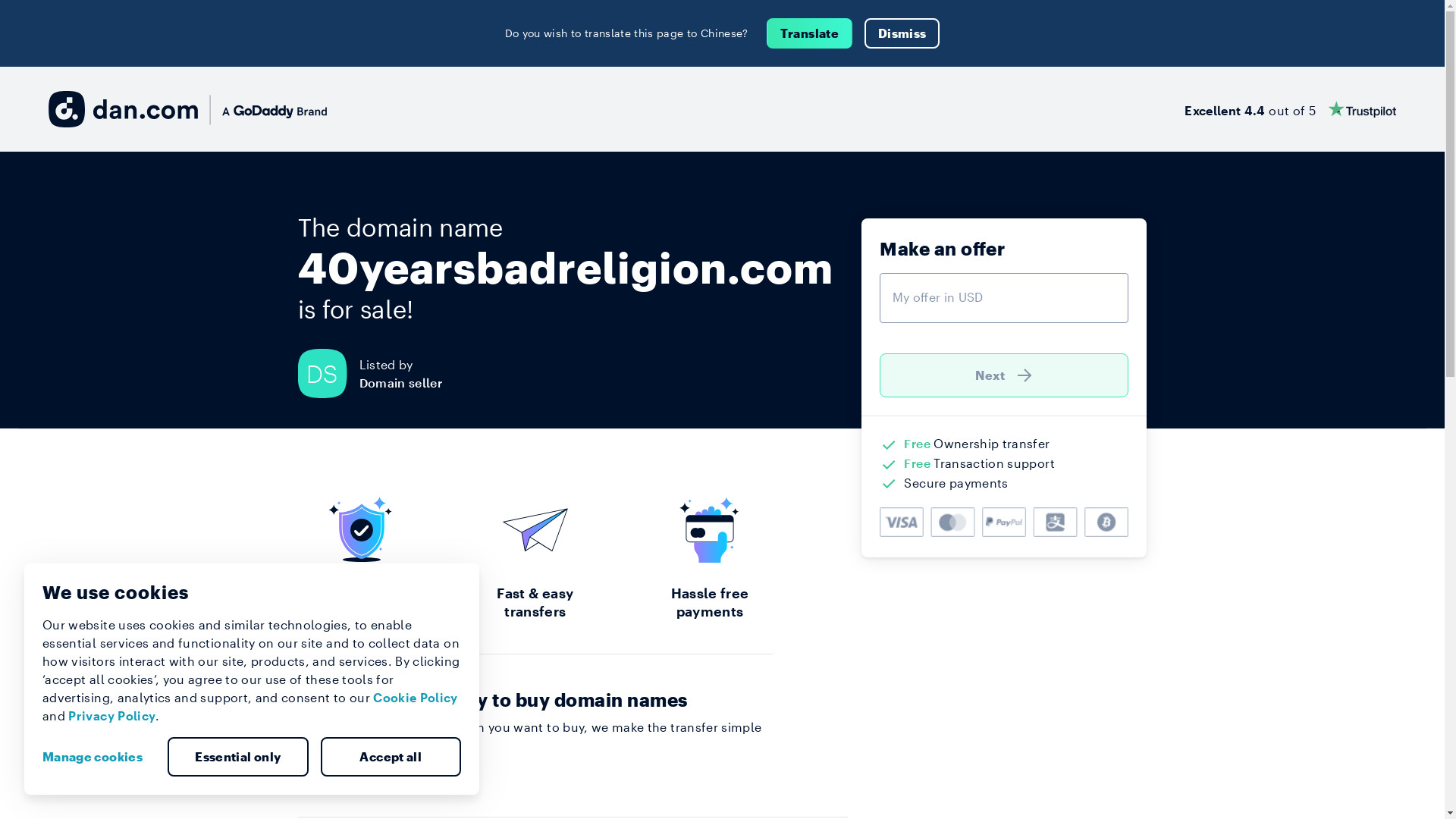 This screenshot has width=1456, height=819. What do you see at coordinates (1004, 375) in the screenshot?
I see `'Next` at bounding box center [1004, 375].